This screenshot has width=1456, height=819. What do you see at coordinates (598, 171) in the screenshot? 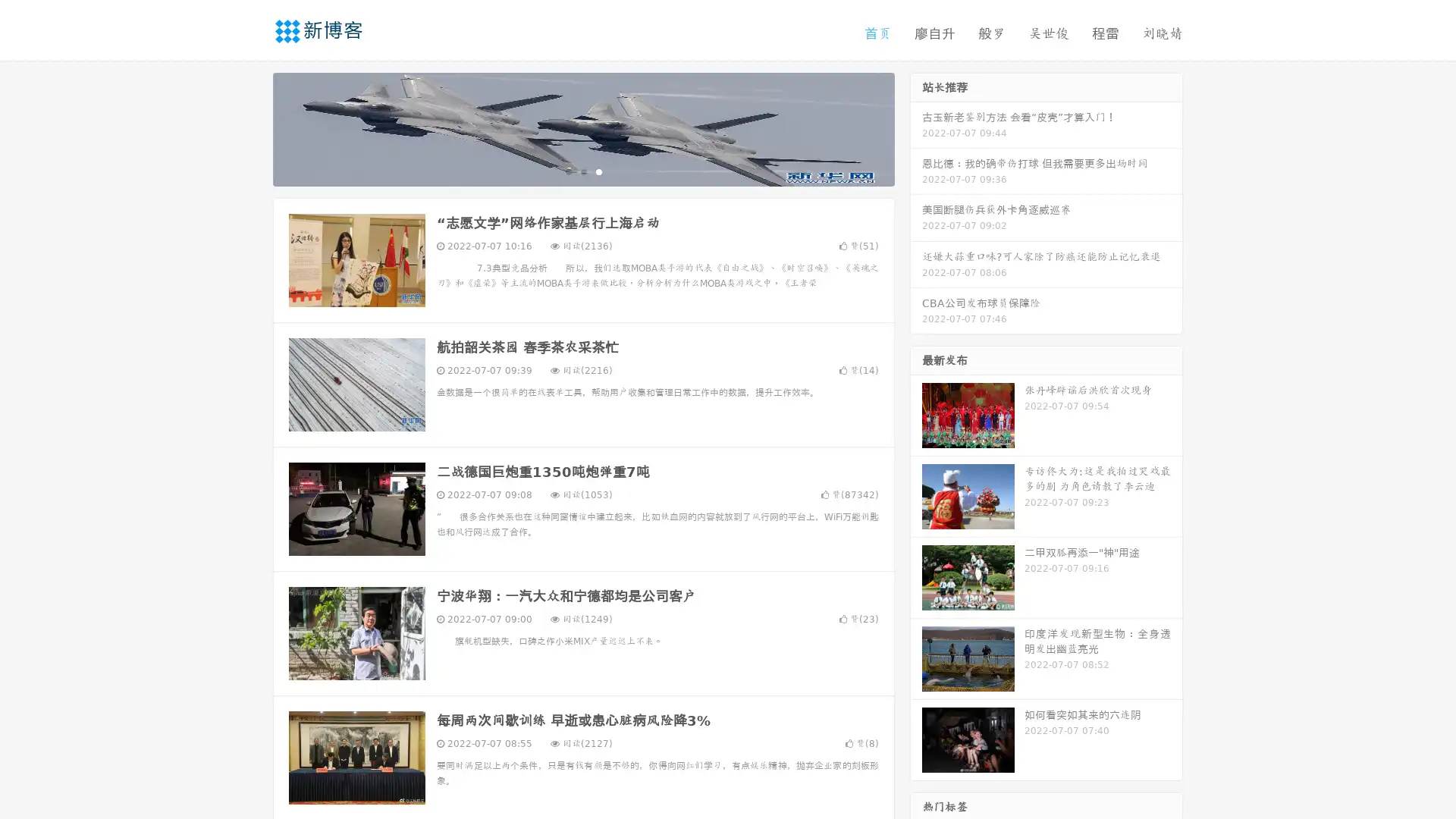
I see `Go to slide 3` at bounding box center [598, 171].